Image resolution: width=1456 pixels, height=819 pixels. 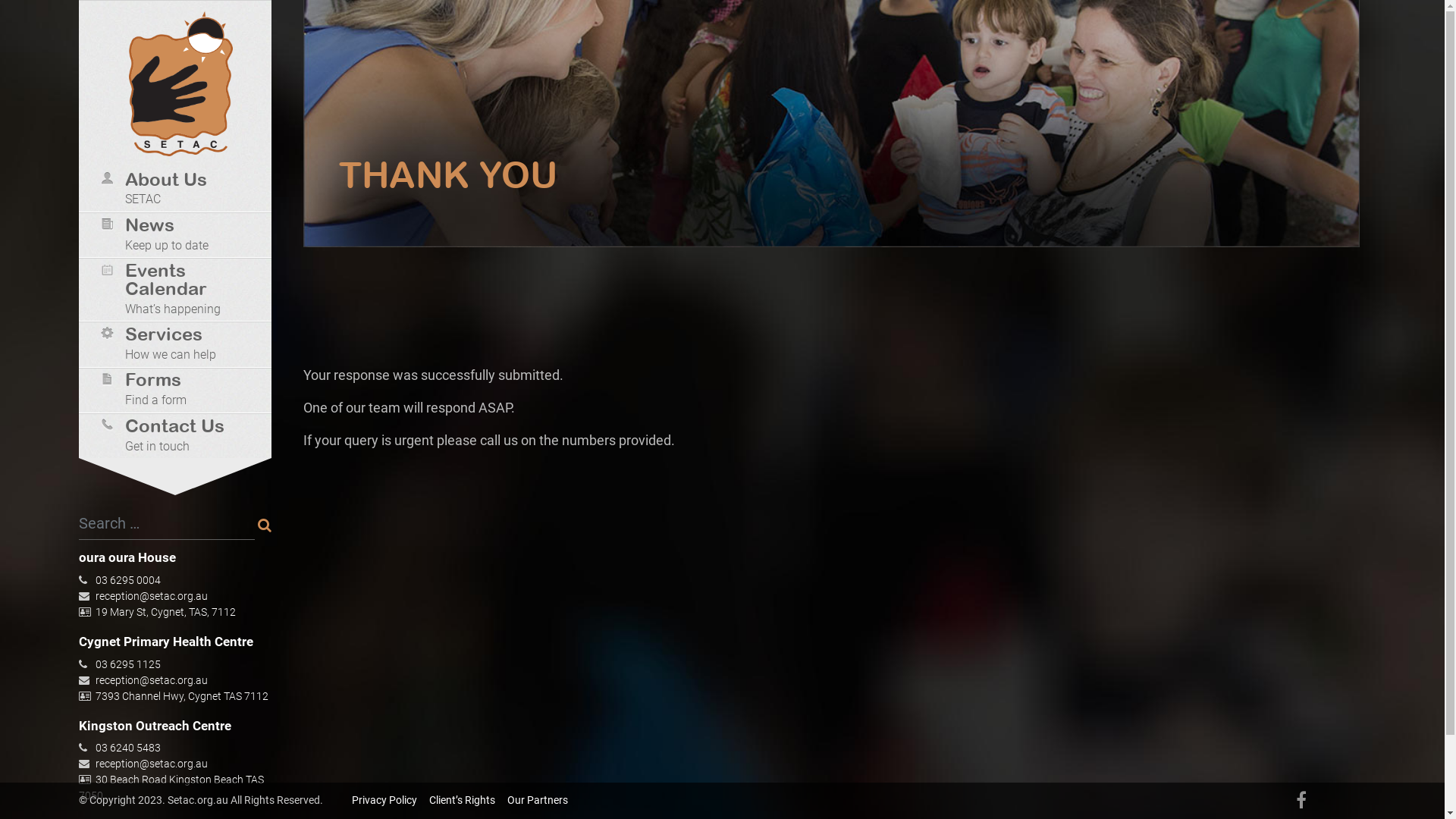 What do you see at coordinates (152, 679) in the screenshot?
I see `'reception@setac.org.au'` at bounding box center [152, 679].